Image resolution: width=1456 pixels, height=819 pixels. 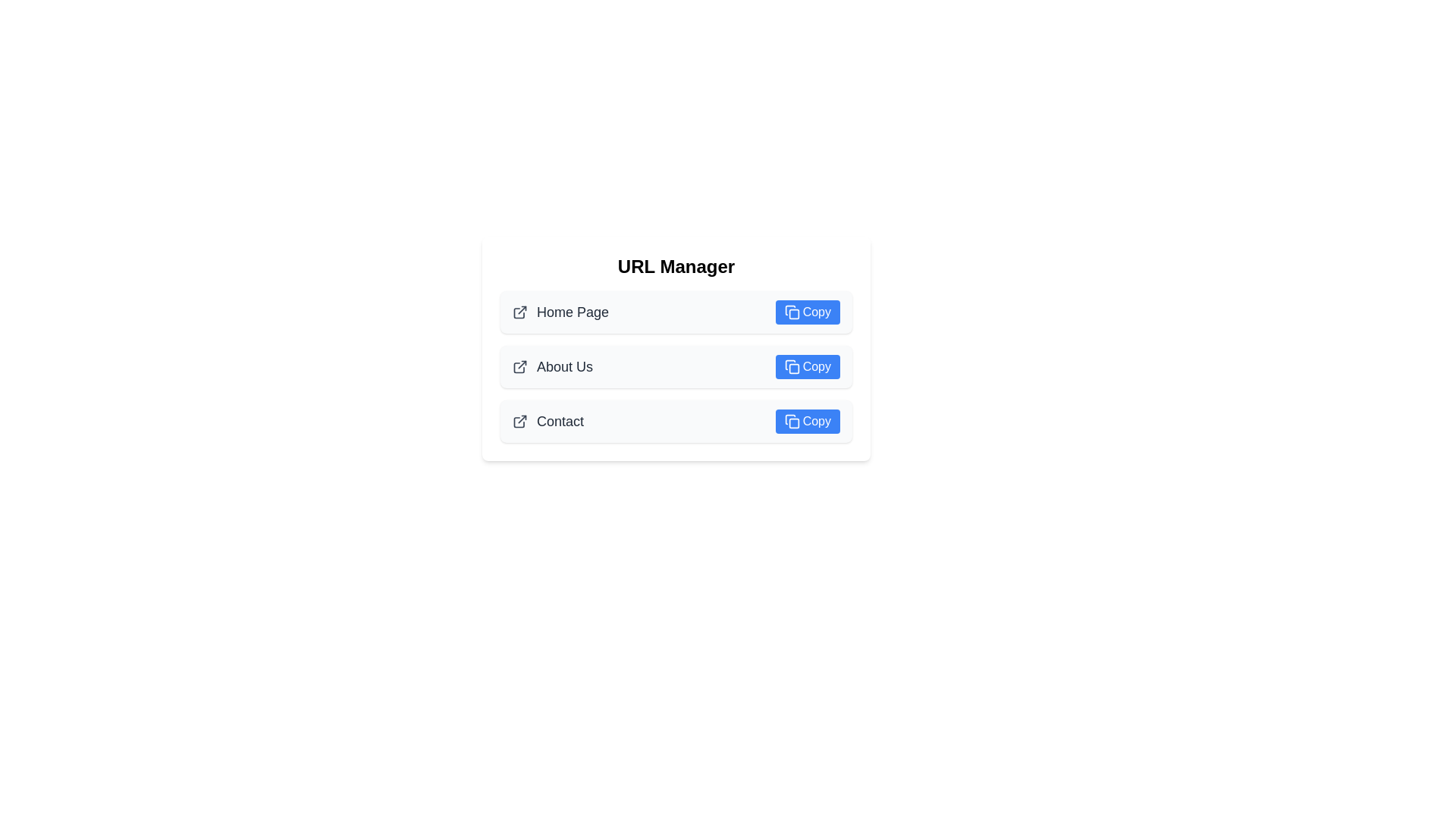 What do you see at coordinates (519, 368) in the screenshot?
I see `the SVG-based graphic icon representing a folder, located to the left of the 'About Us' label in the second row of icons` at bounding box center [519, 368].